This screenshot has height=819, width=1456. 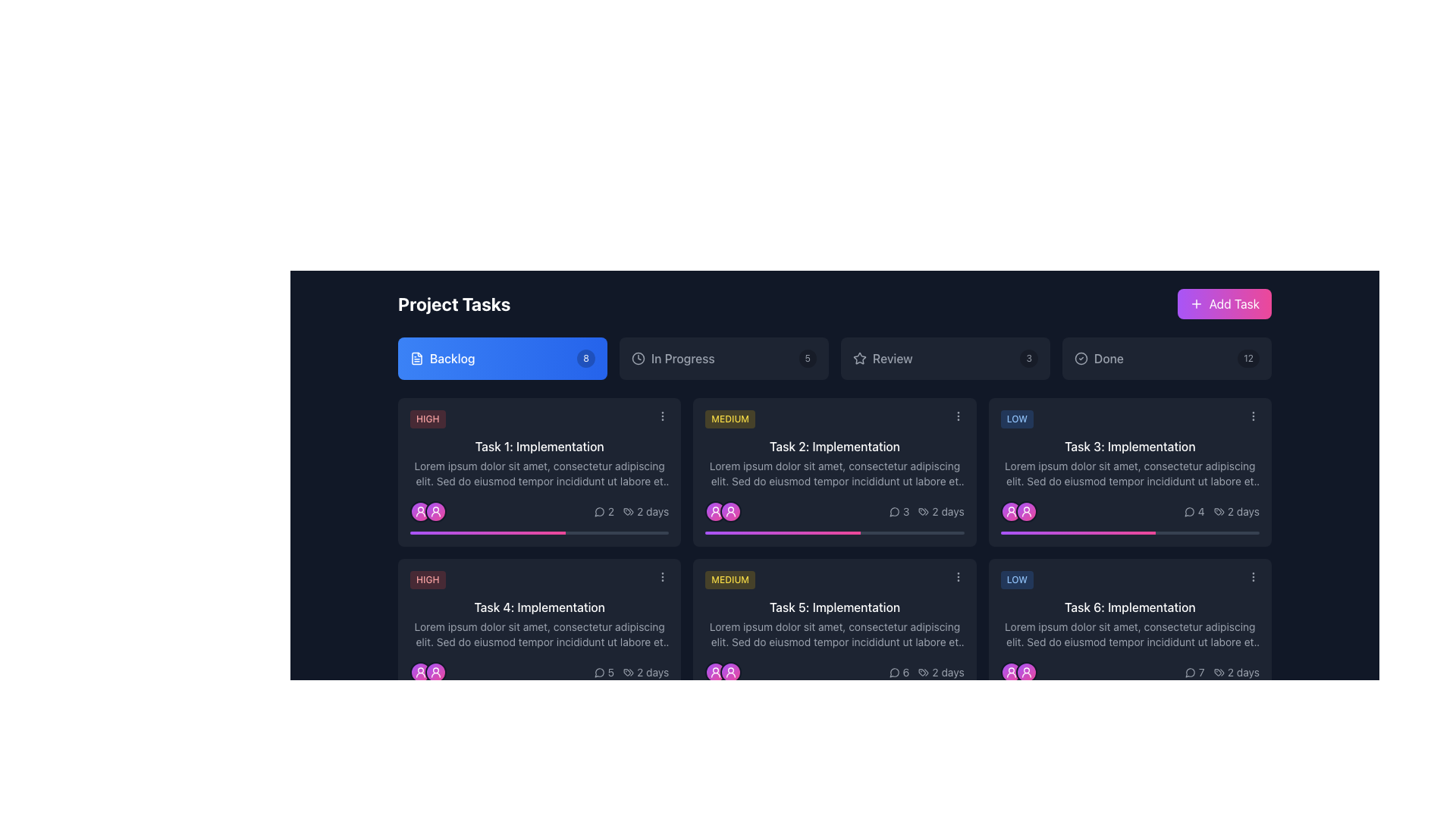 What do you see at coordinates (539, 635) in the screenshot?
I see `the descriptive text area for 'Task 4: Implementation' which is positioned below the title and above the task details section in the task grid` at bounding box center [539, 635].